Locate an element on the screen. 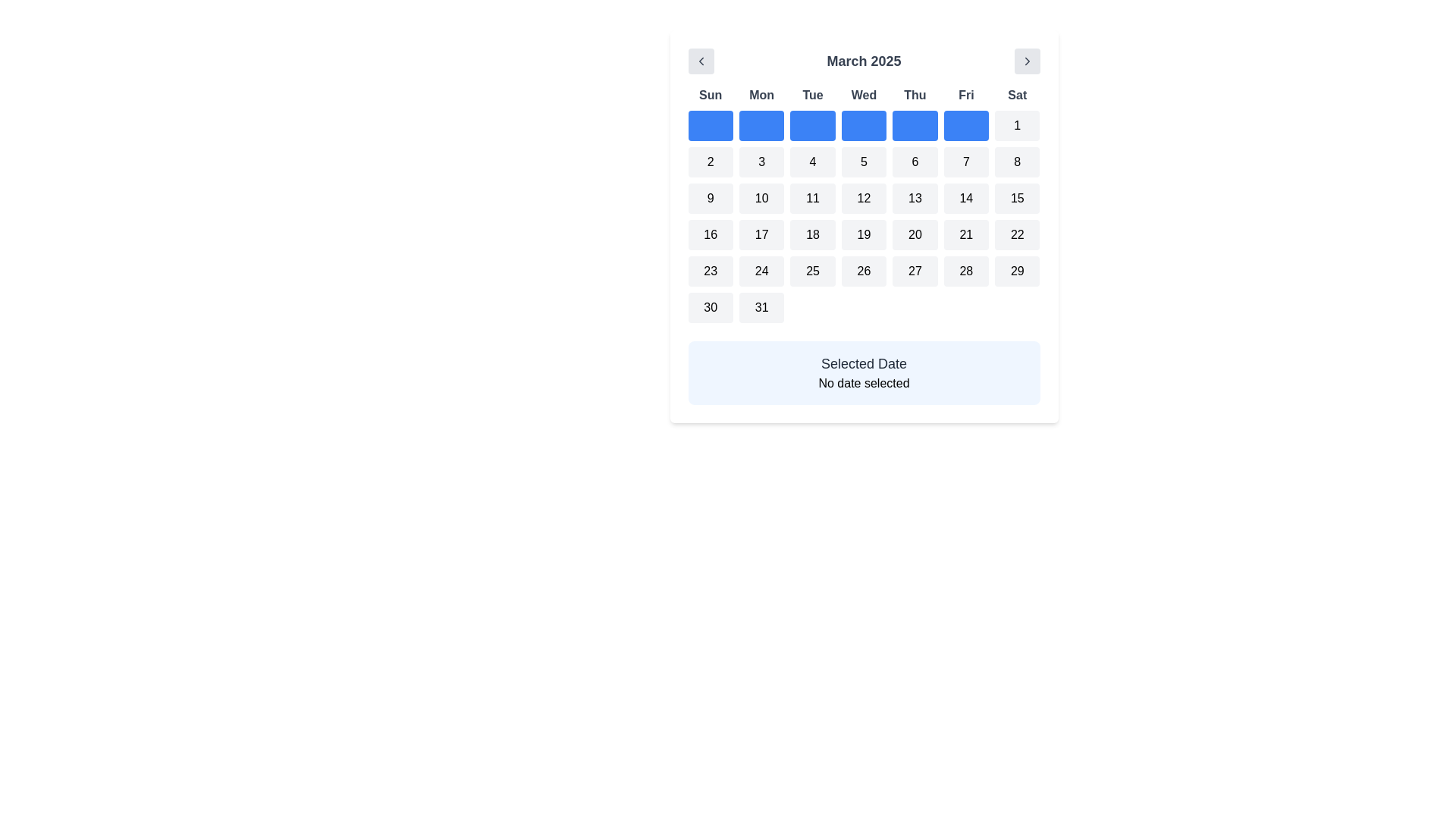 This screenshot has height=819, width=1456. a day in the calendar view for March 2025 is located at coordinates (864, 227).